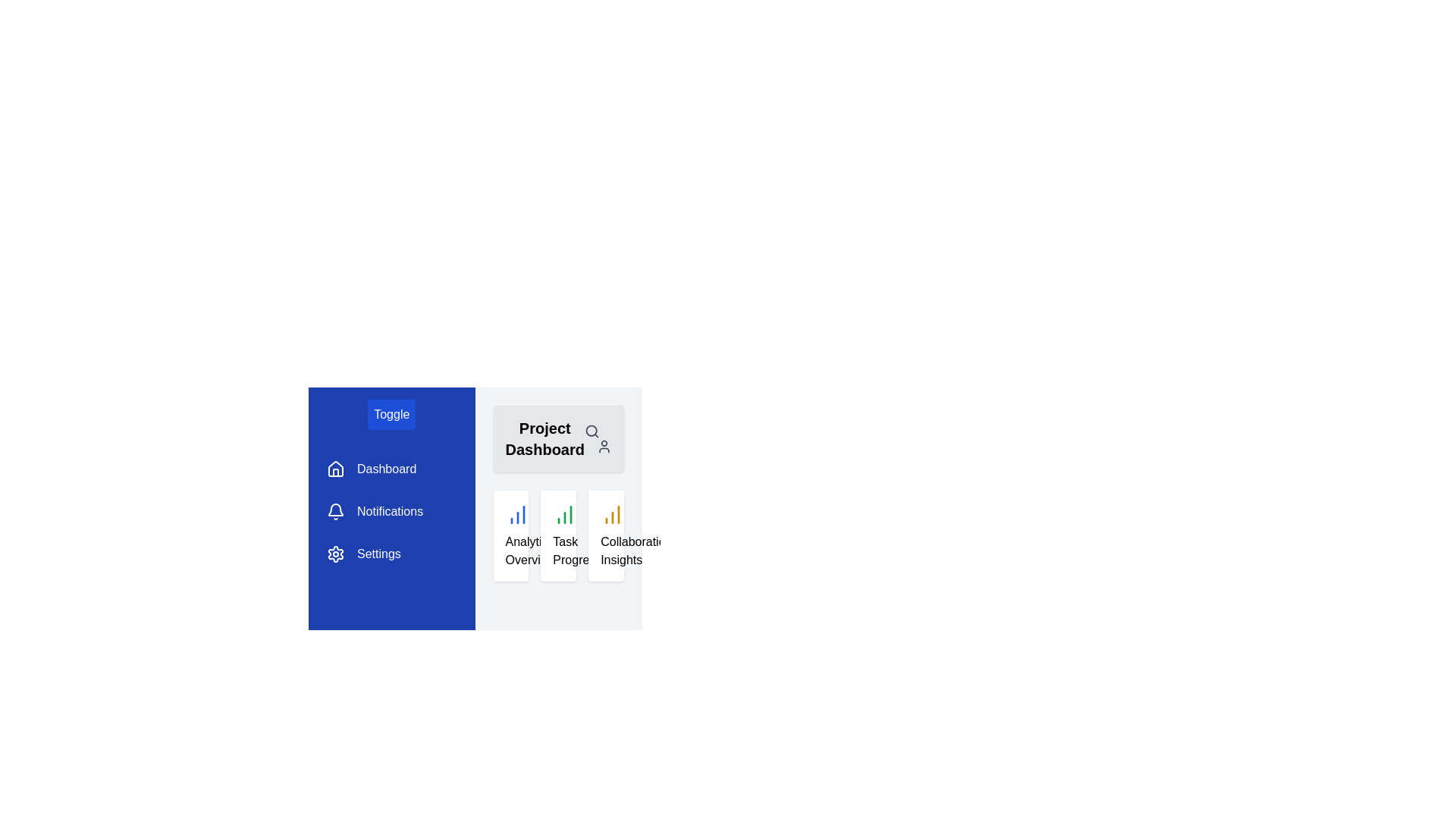 The width and height of the screenshot is (1456, 819). What do you see at coordinates (387, 468) in the screenshot?
I see `the Text label in the vertical navigation menu that indicates the link to the dashboard section, which is positioned to the right of the house icon and below the 'Toggle' button` at bounding box center [387, 468].